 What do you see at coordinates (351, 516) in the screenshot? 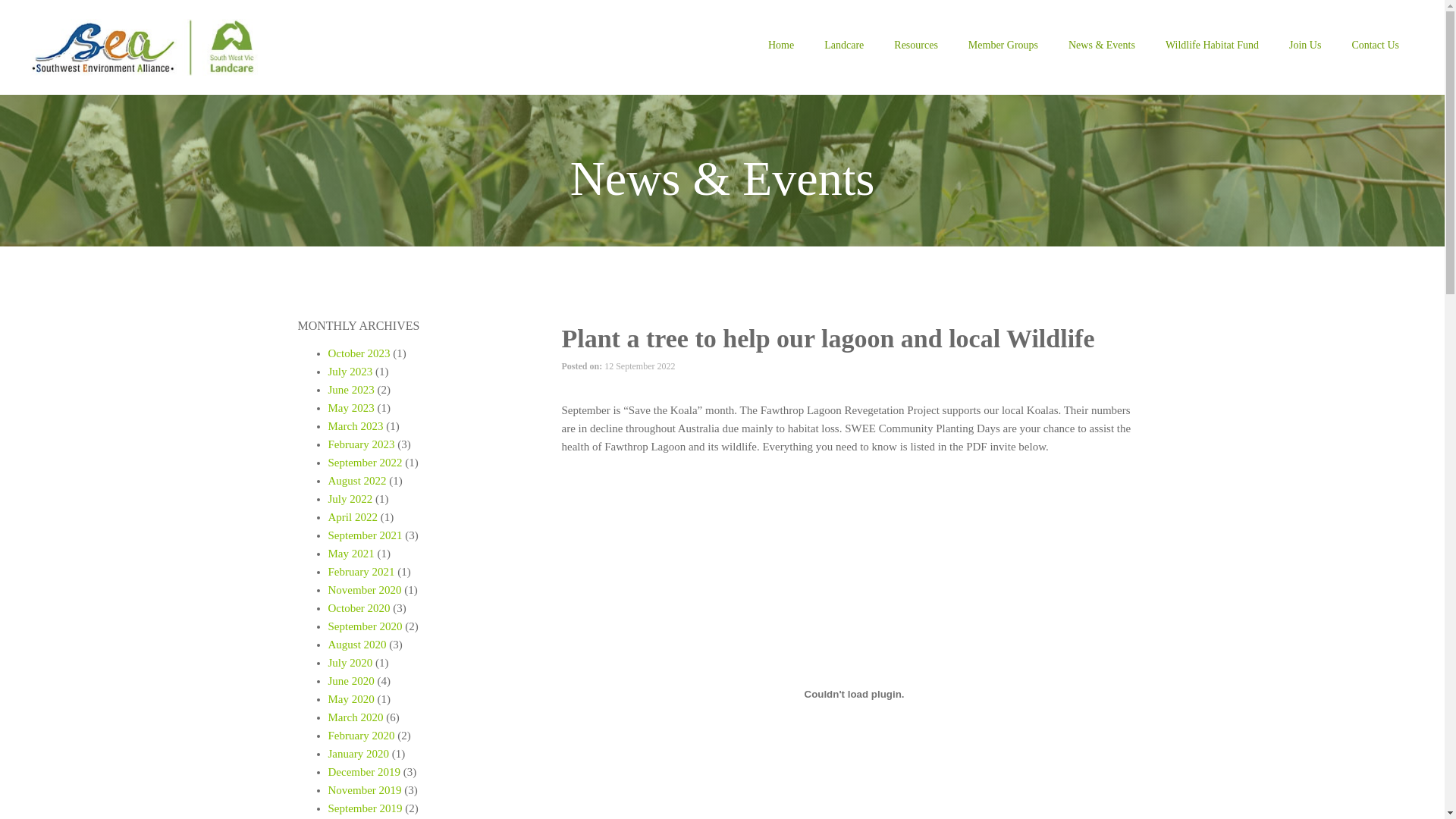
I see `'April 2022'` at bounding box center [351, 516].